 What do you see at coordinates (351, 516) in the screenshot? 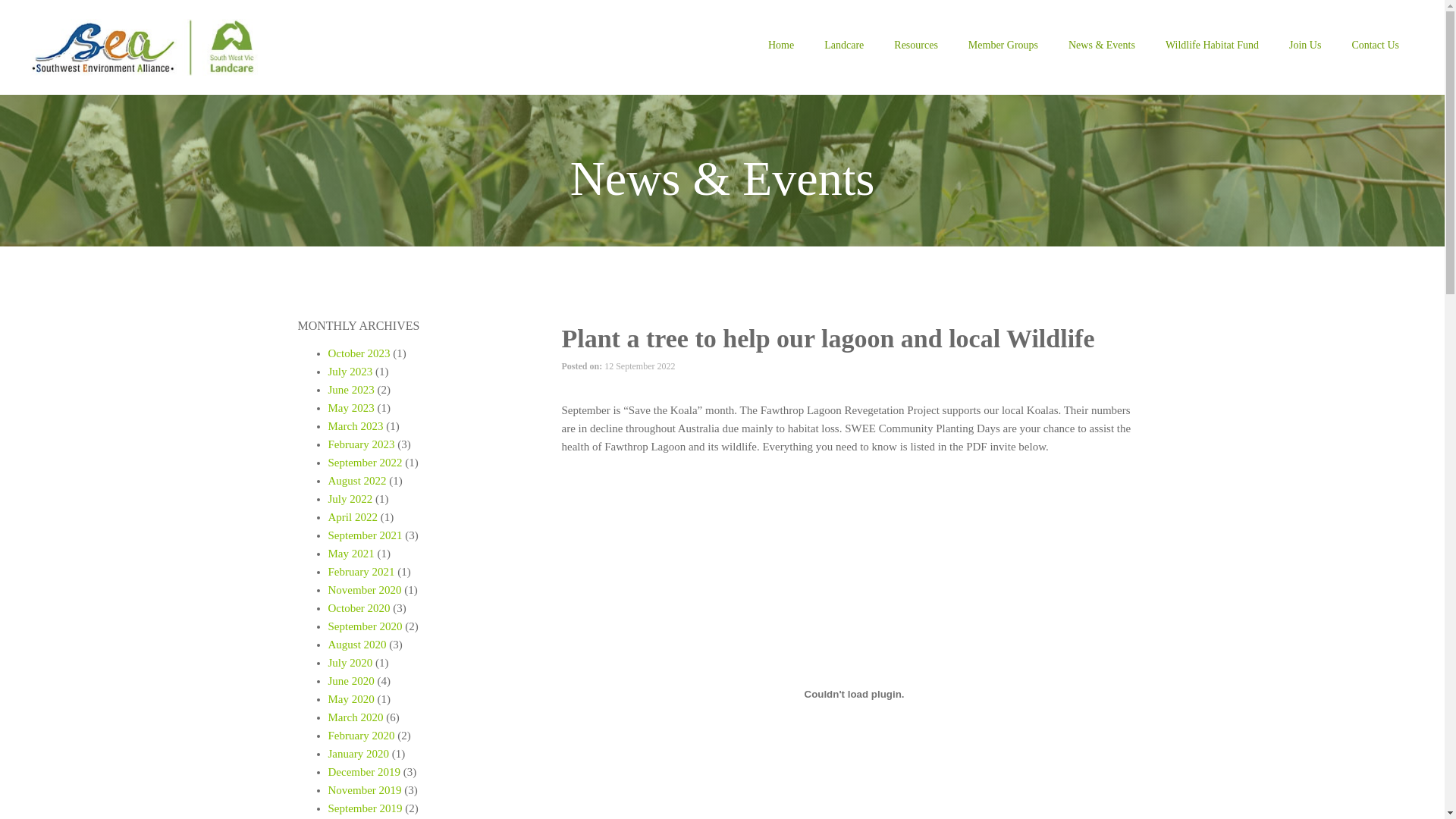
I see `'April 2022'` at bounding box center [351, 516].